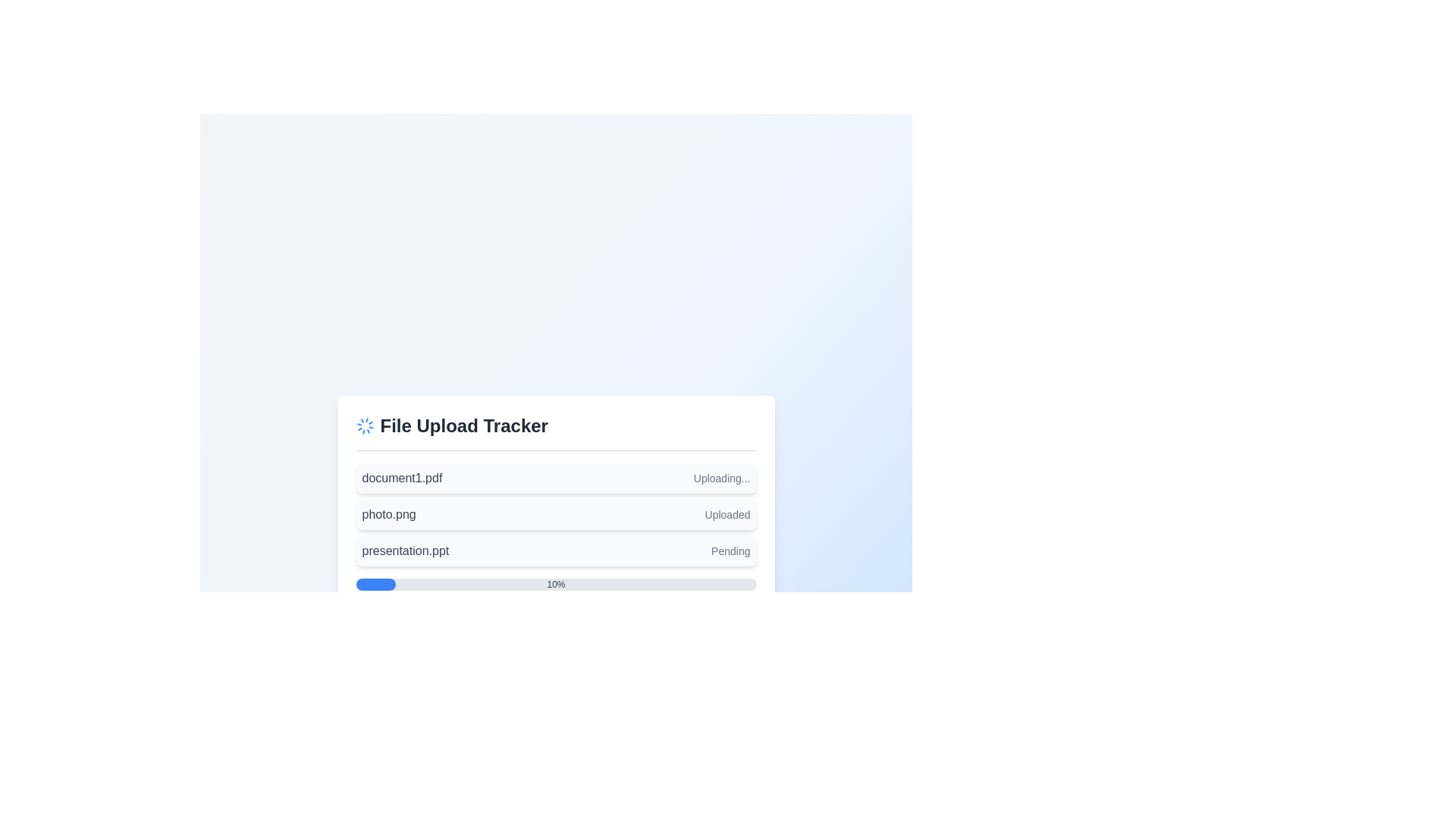 The height and width of the screenshot is (819, 1456). Describe the element at coordinates (555, 513) in the screenshot. I see `the second file entry` at that location.